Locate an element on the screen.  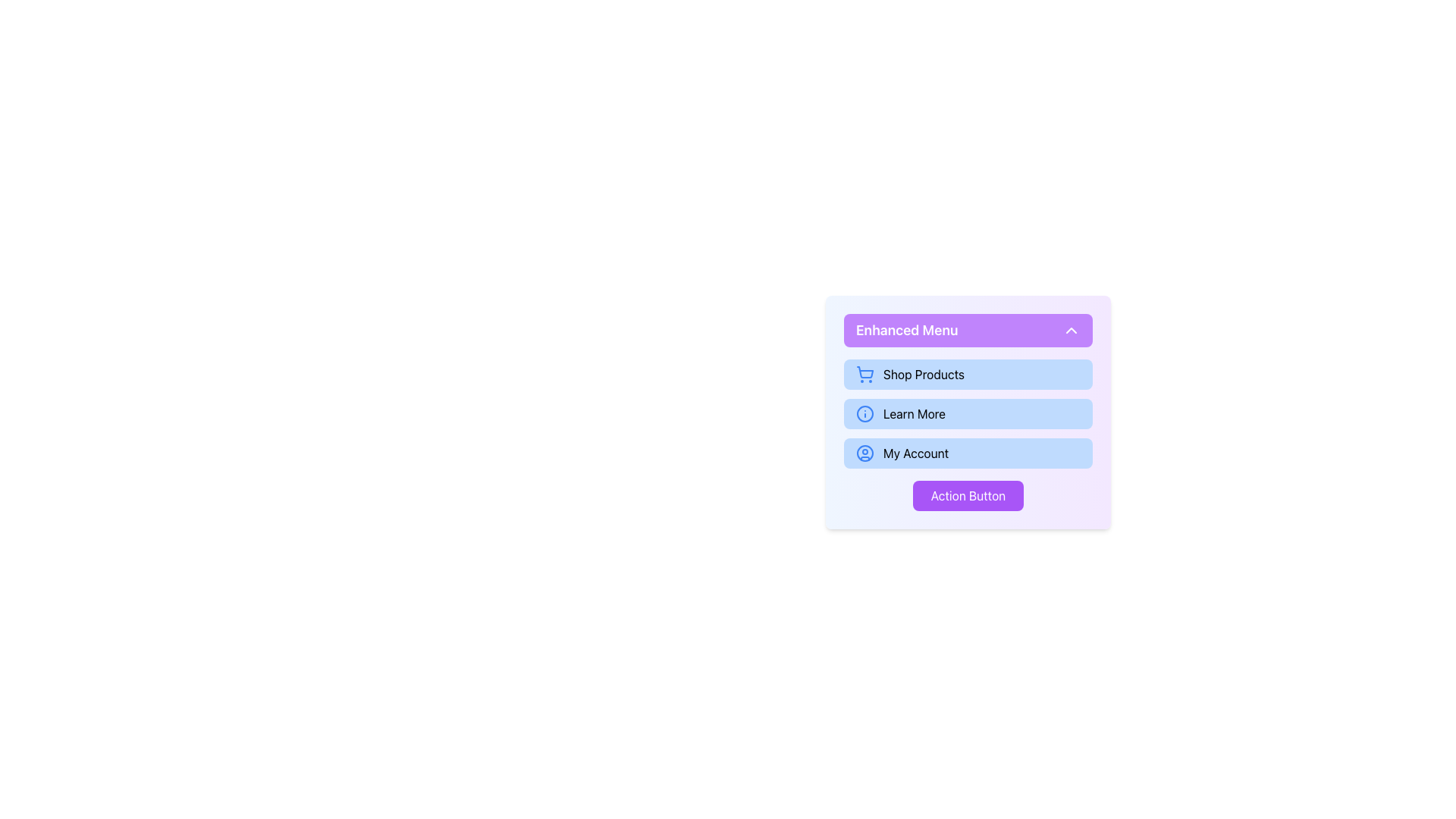
the 'Learn More' button, which is the second button in the vertical list under the 'Enhanced Menu' section is located at coordinates (967, 414).